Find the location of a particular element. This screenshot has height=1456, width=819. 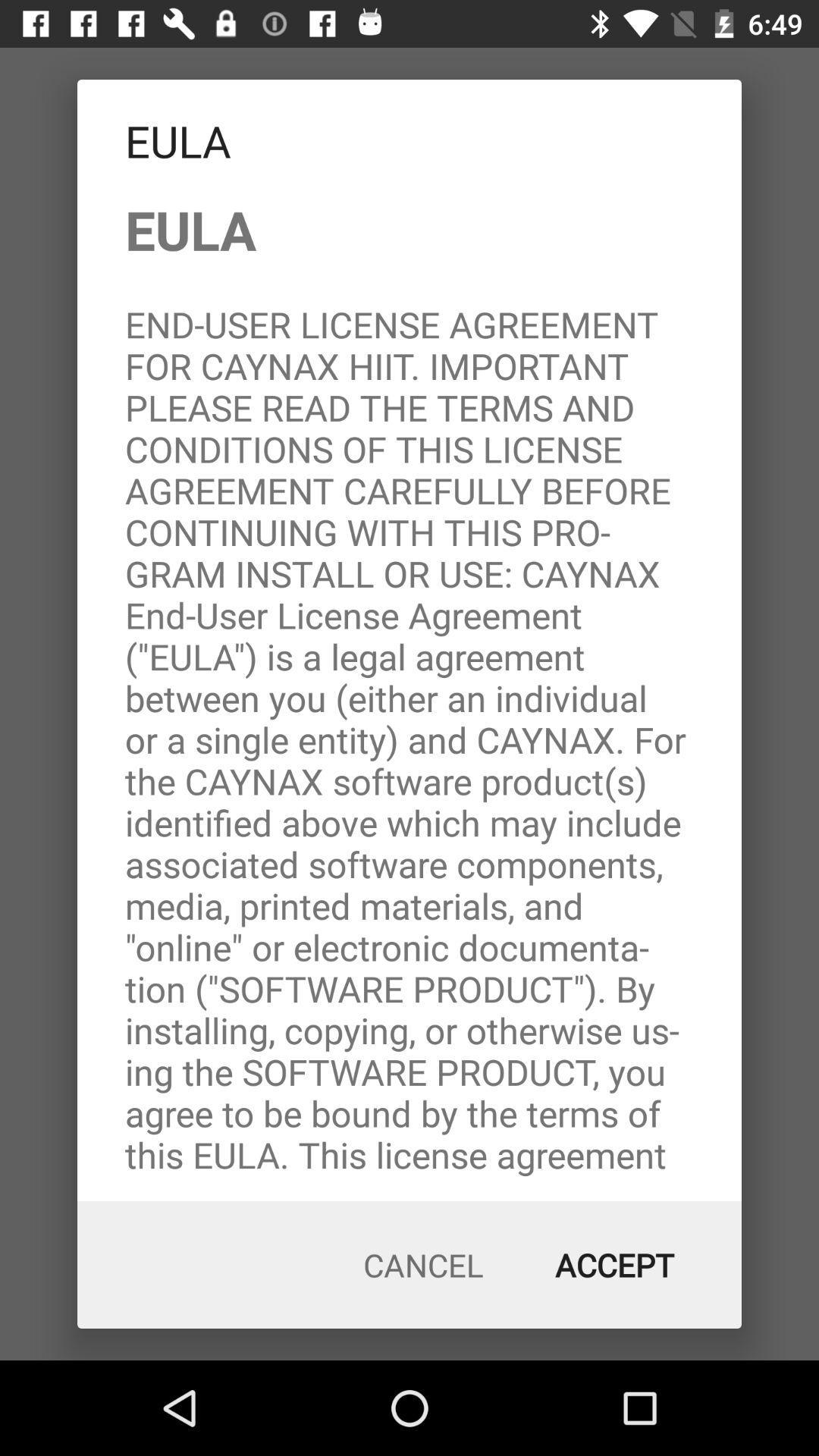

the item below the eula end user app is located at coordinates (423, 1265).